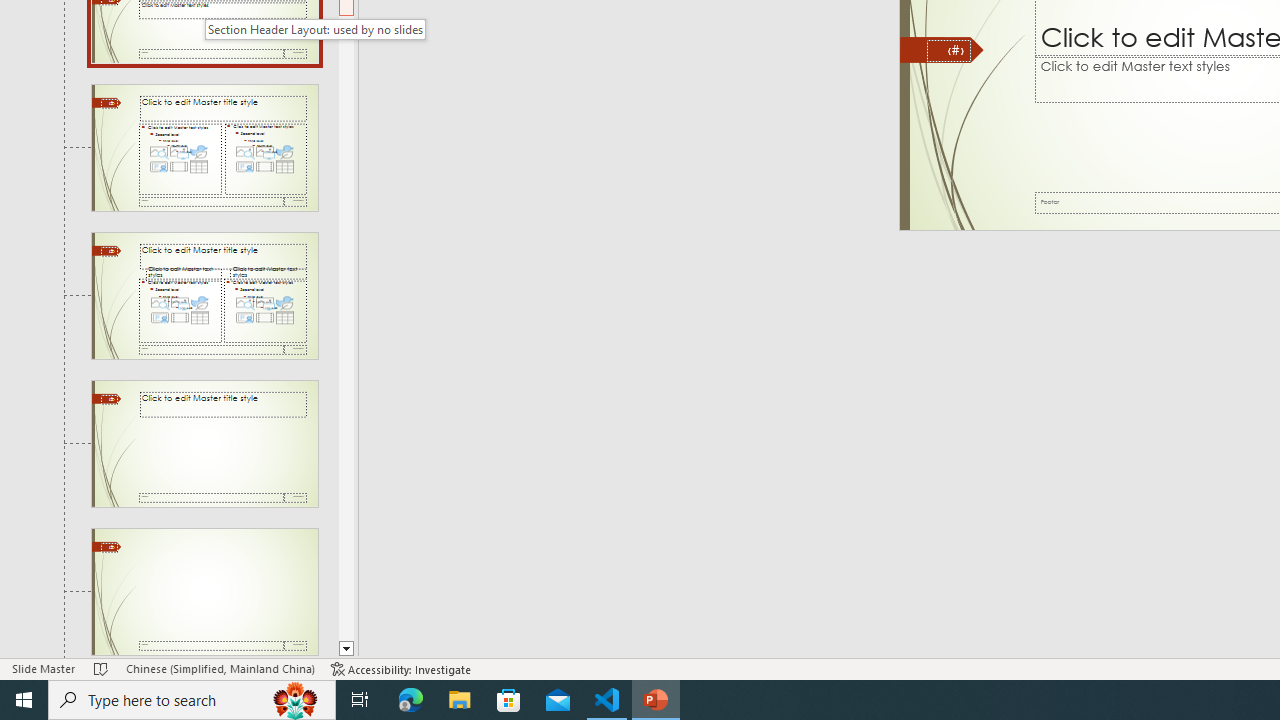 The image size is (1280, 720). I want to click on 'Freeform 11', so click(941, 49).